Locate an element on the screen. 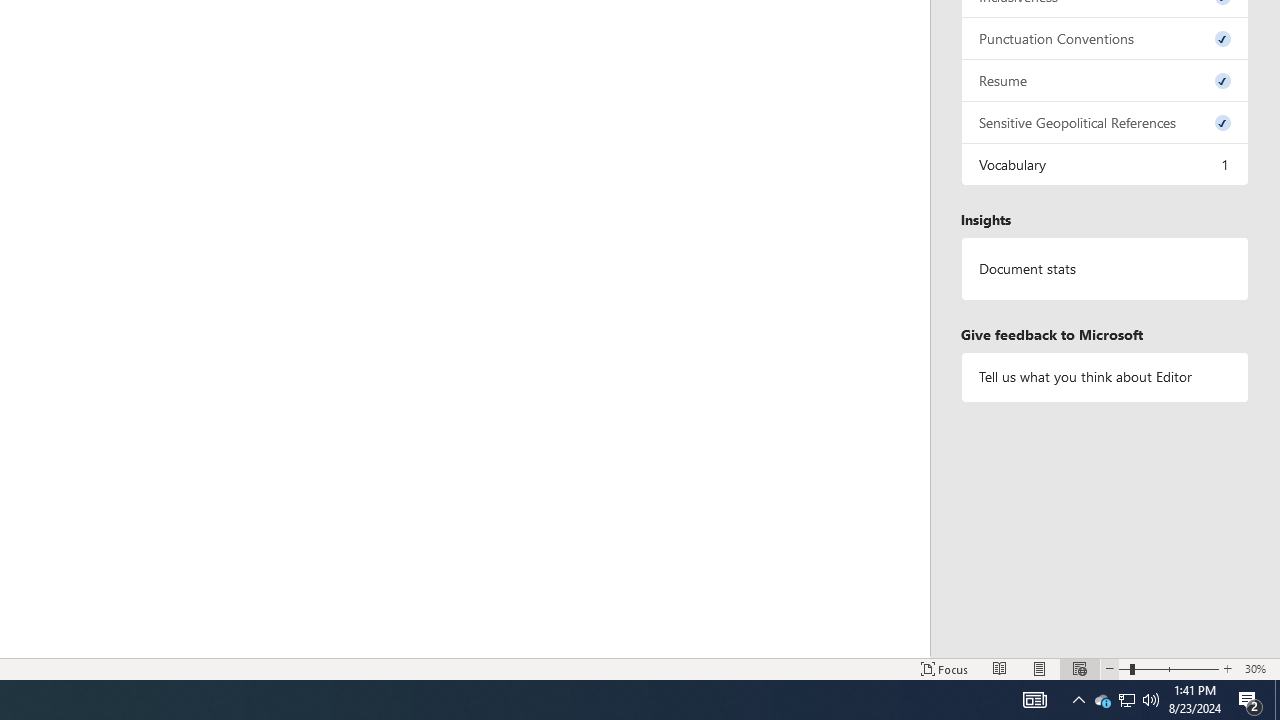 This screenshot has width=1280, height=720. 'Zoom Out' is located at coordinates (1124, 669).